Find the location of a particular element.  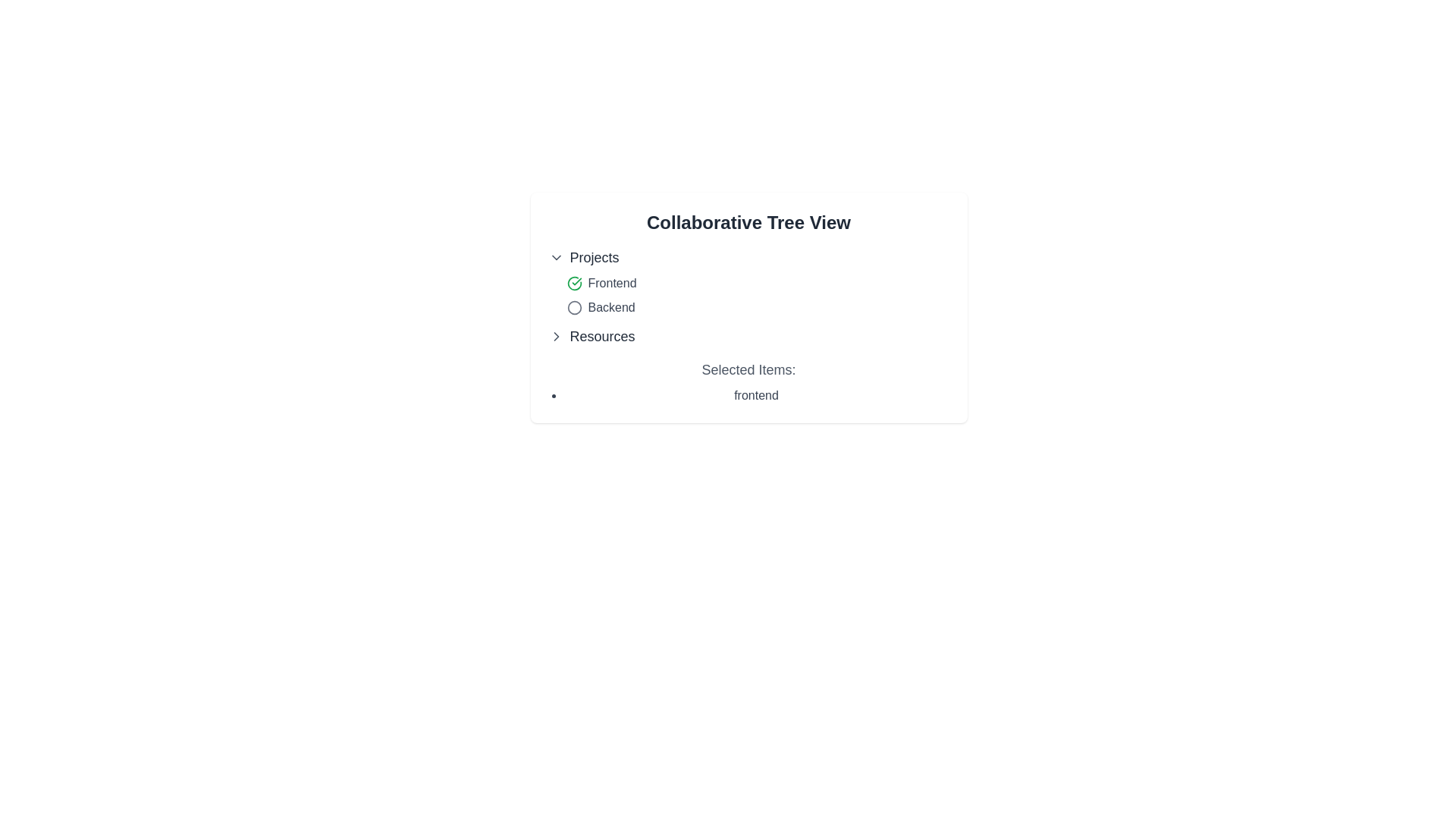

the circular icon with a green outline and checkmark, which indicates an active state, located to the left of the 'Frontend' label in the 'Projects' group is located at coordinates (573, 284).